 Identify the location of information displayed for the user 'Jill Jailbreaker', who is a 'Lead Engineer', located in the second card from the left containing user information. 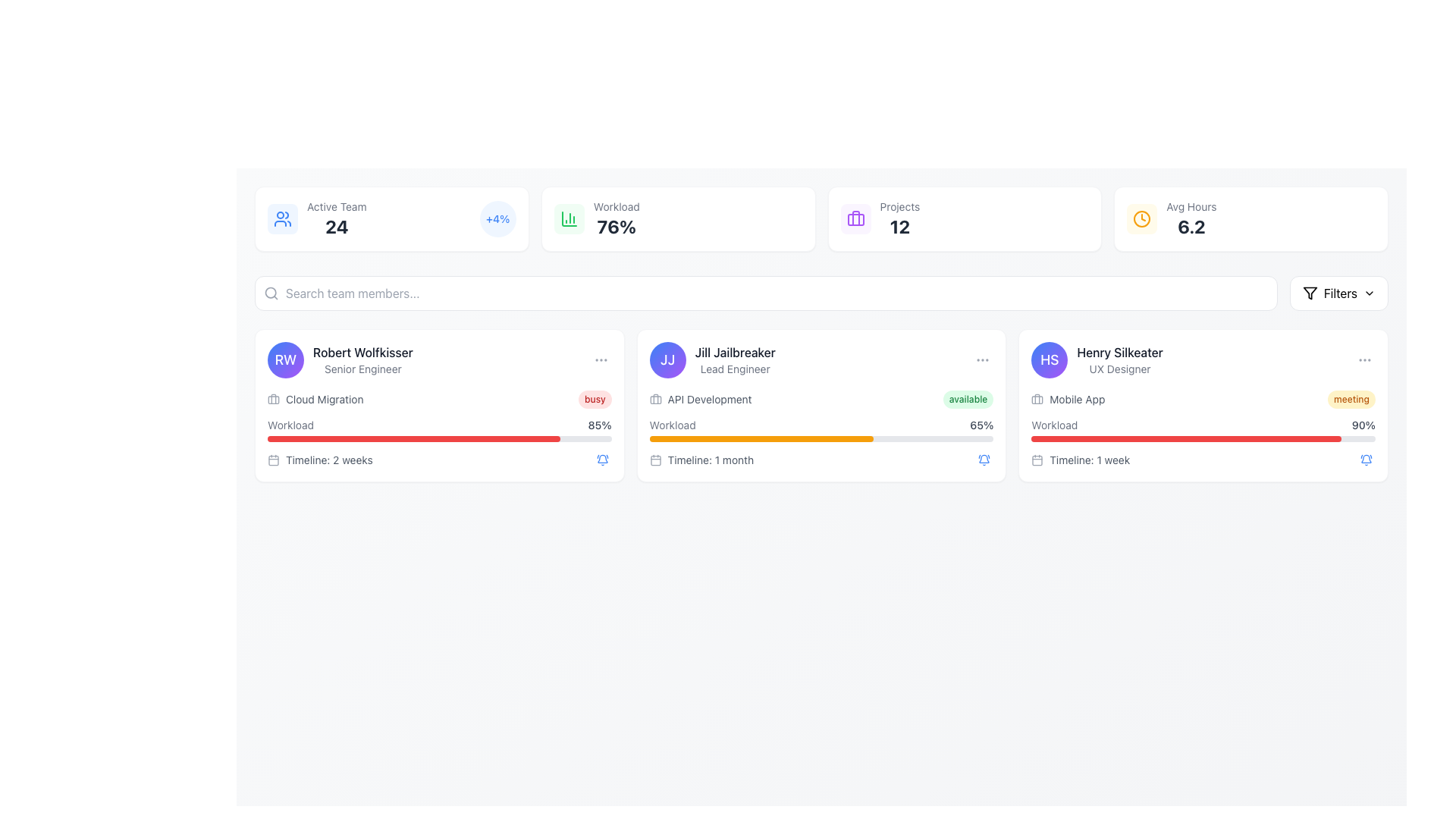
(735, 359).